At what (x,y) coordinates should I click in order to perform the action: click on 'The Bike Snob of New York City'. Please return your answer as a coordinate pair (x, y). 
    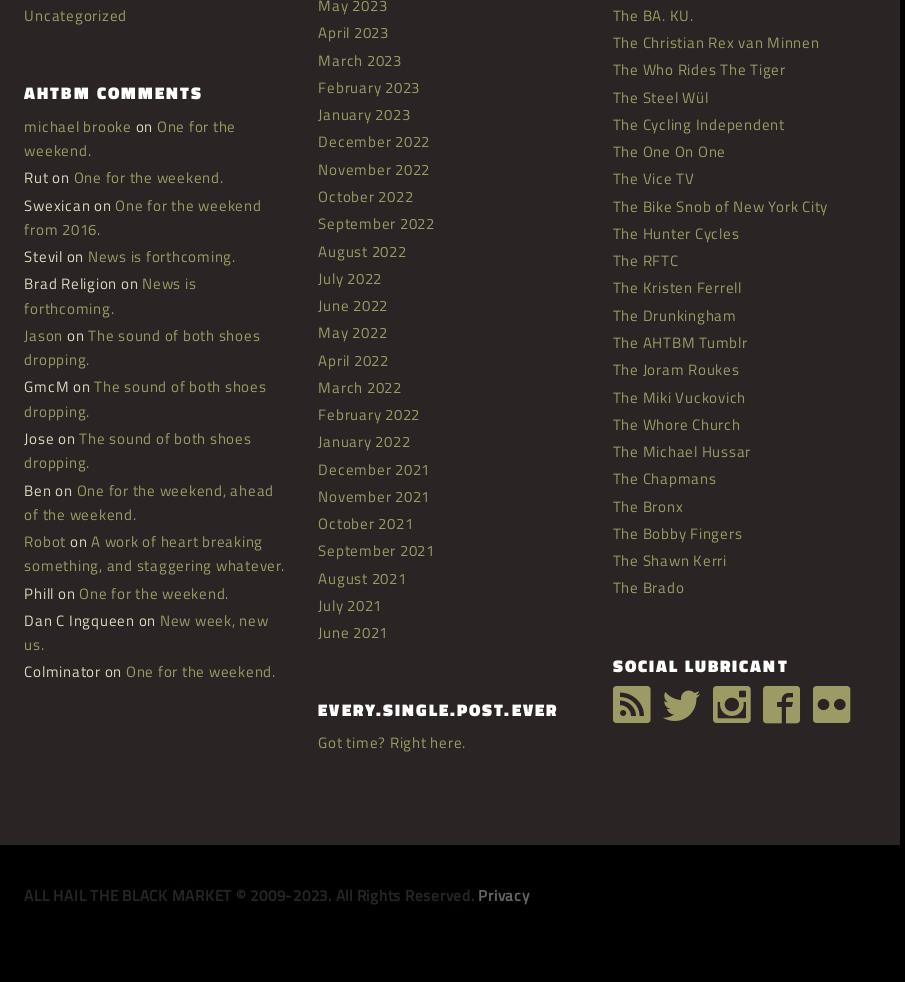
    Looking at the image, I should click on (610, 204).